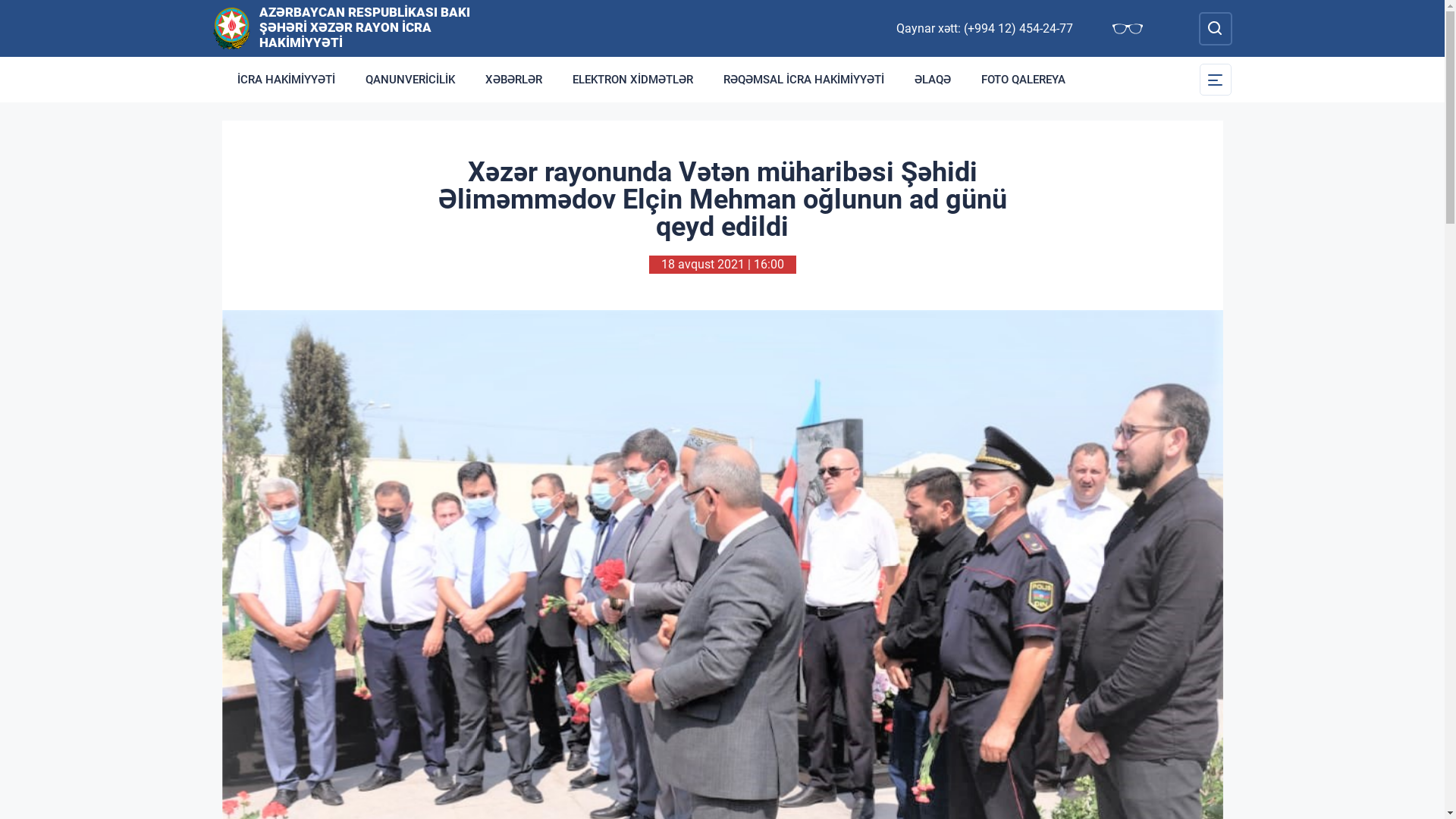 The height and width of the screenshot is (819, 1456). What do you see at coordinates (410, 79) in the screenshot?
I see `'QANUNVERICILIK'` at bounding box center [410, 79].